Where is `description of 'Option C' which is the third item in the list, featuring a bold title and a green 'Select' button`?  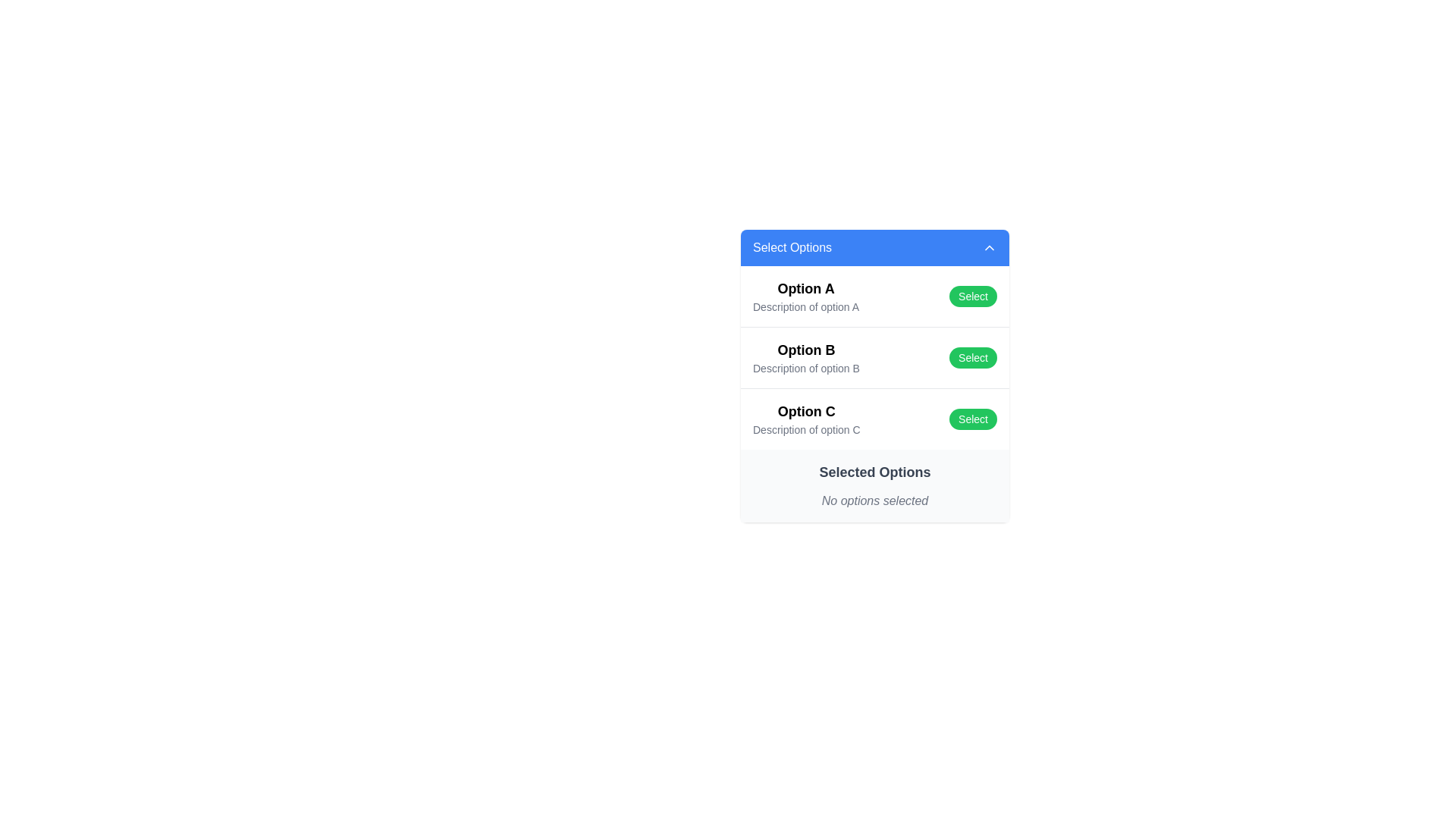
description of 'Option C' which is the third item in the list, featuring a bold title and a green 'Select' button is located at coordinates (874, 419).